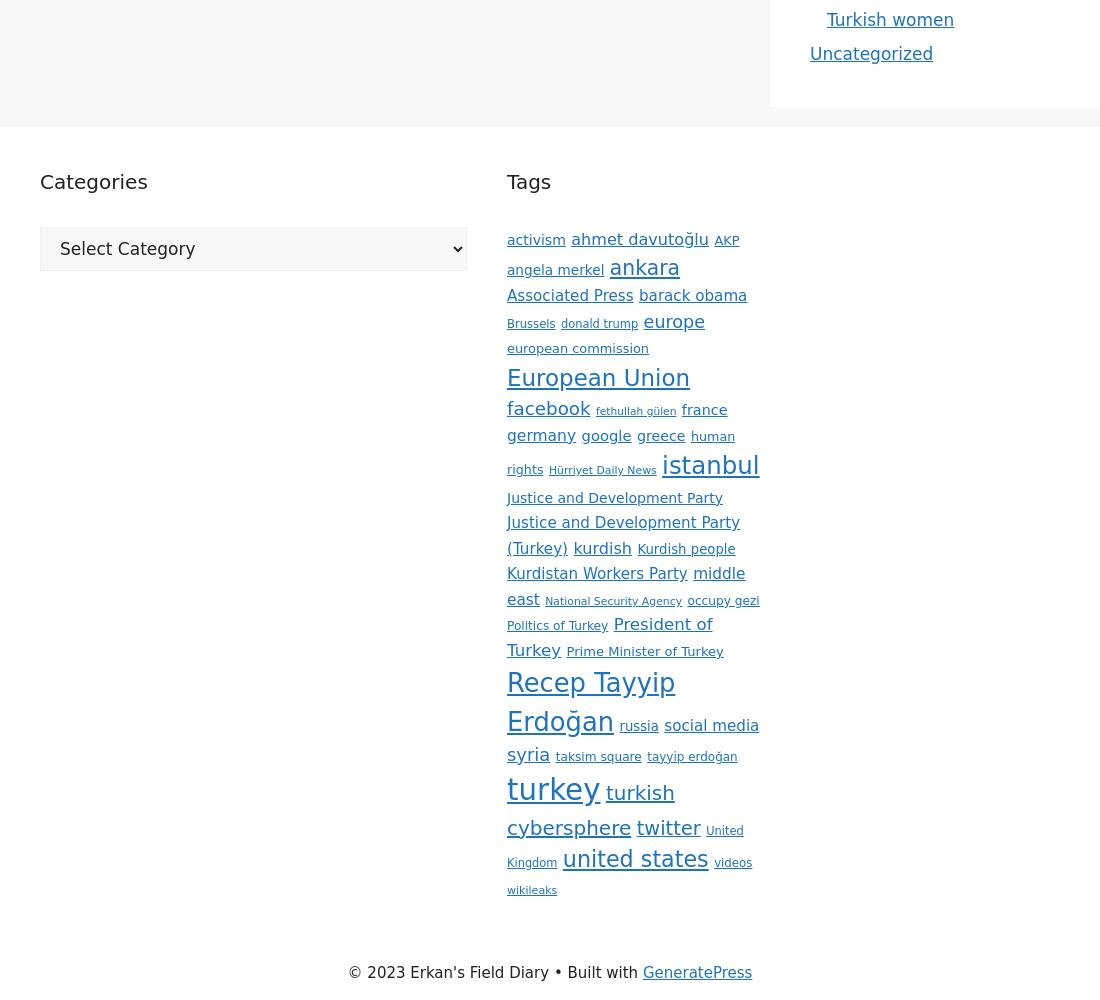 The width and height of the screenshot is (1100, 1000). What do you see at coordinates (594, 971) in the screenshot?
I see `'• Built with'` at bounding box center [594, 971].